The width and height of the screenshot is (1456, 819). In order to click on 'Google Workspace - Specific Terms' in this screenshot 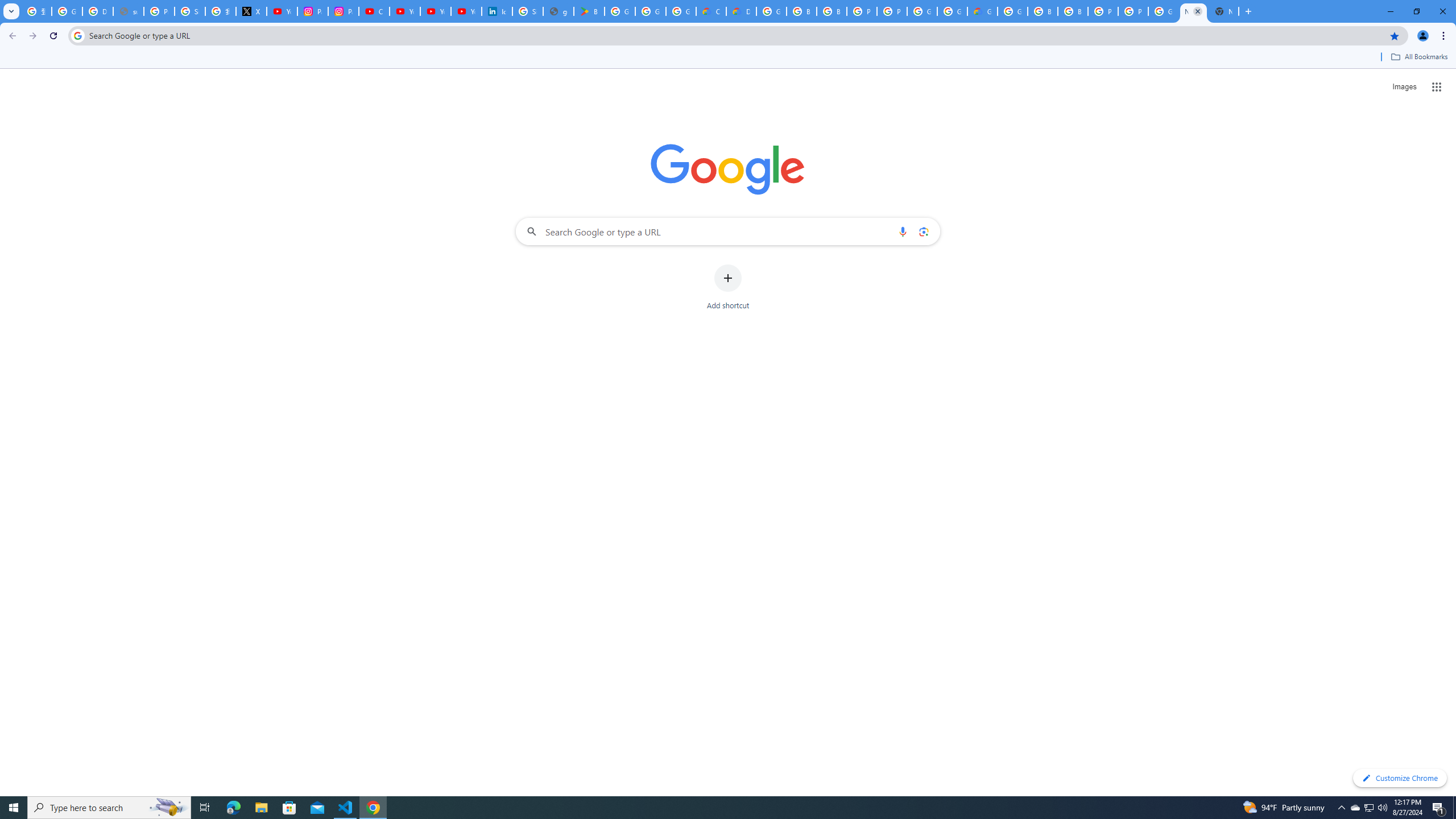, I will do `click(681, 11)`.